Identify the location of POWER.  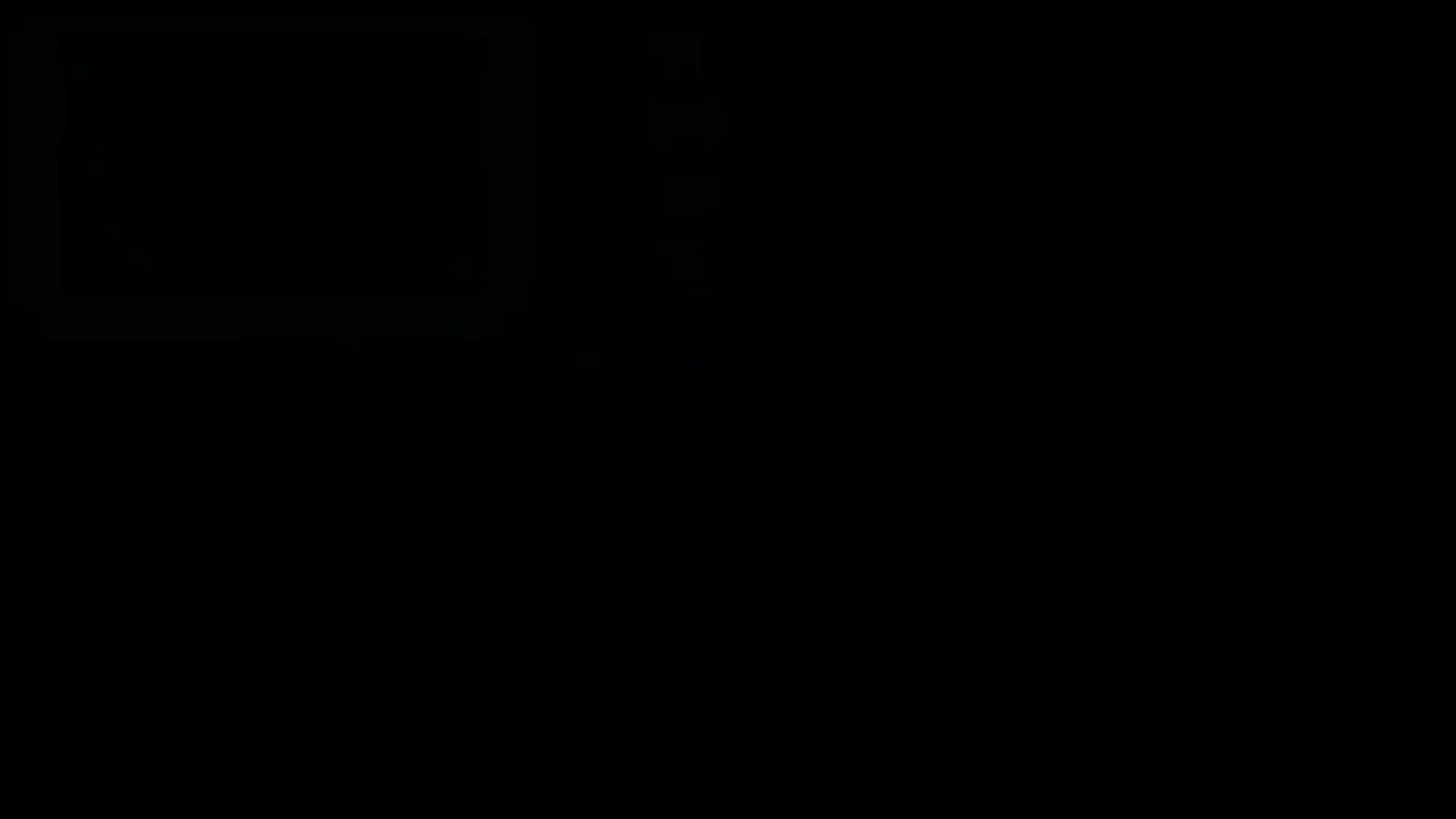
(585, 239).